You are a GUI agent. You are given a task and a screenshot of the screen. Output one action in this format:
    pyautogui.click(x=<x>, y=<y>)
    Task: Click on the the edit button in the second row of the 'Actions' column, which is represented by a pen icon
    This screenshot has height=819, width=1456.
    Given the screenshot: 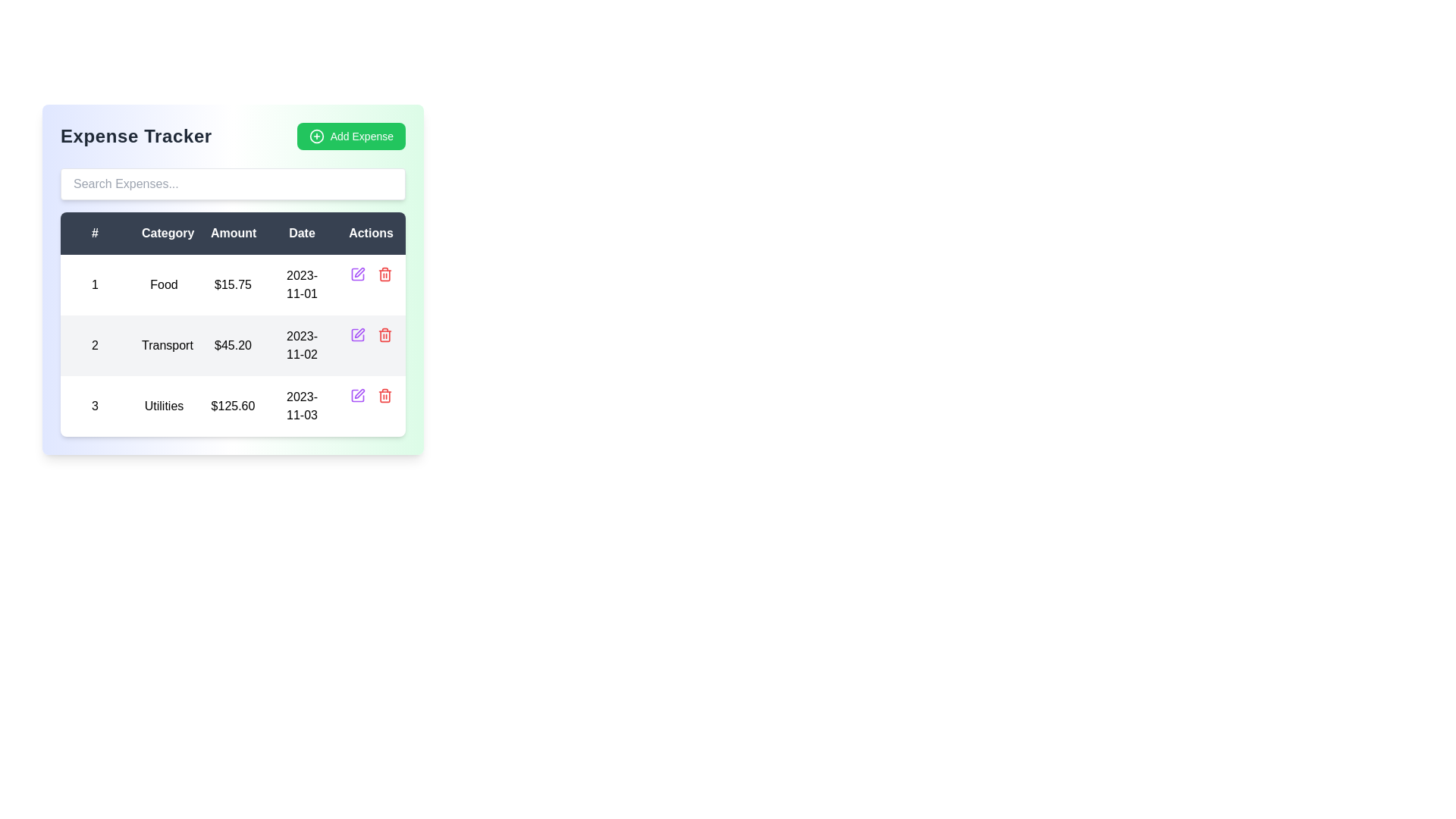 What is the action you would take?
    pyautogui.click(x=356, y=275)
    